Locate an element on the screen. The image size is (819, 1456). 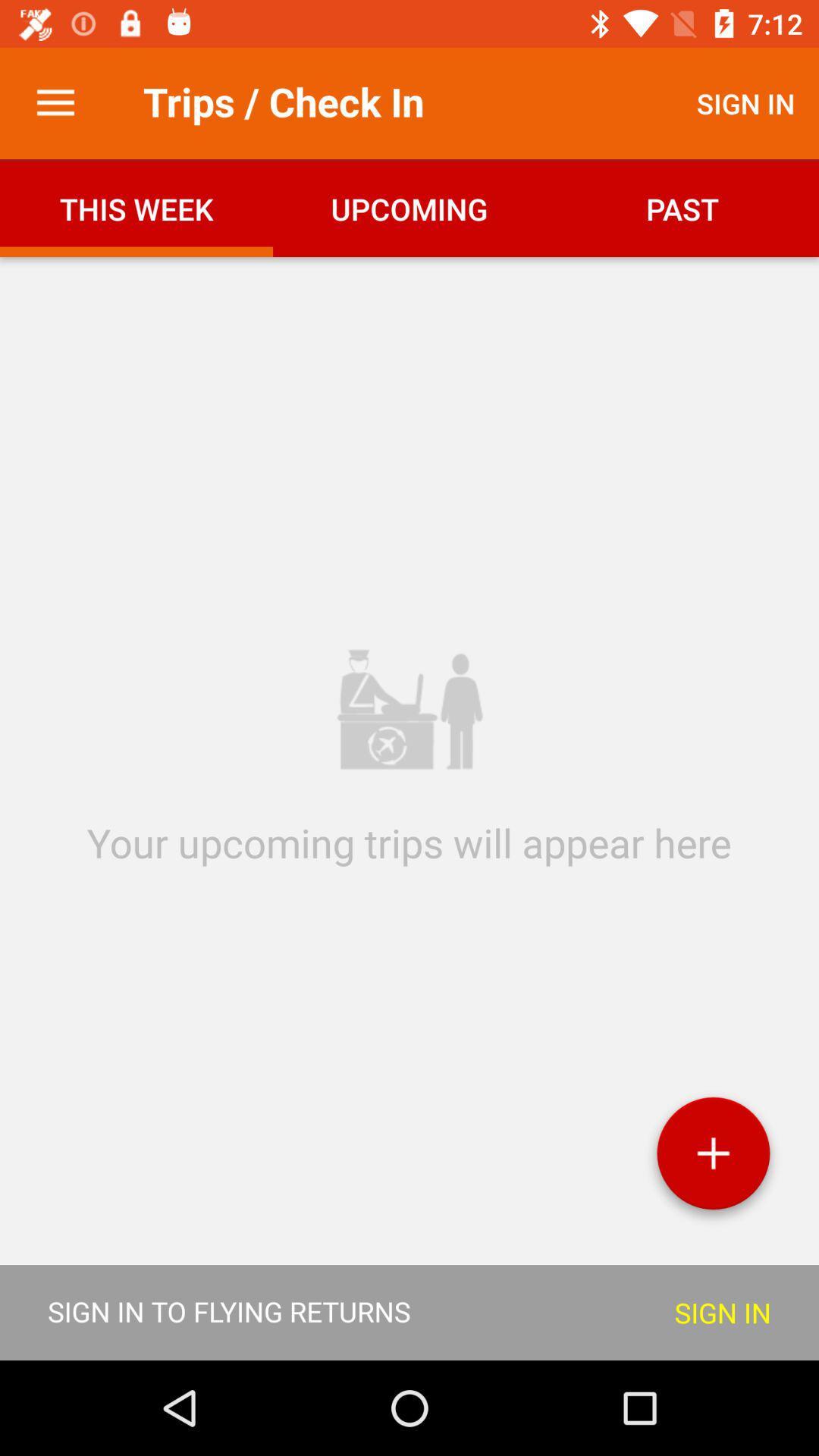
icon below the your upcoming trips icon is located at coordinates (713, 1158).